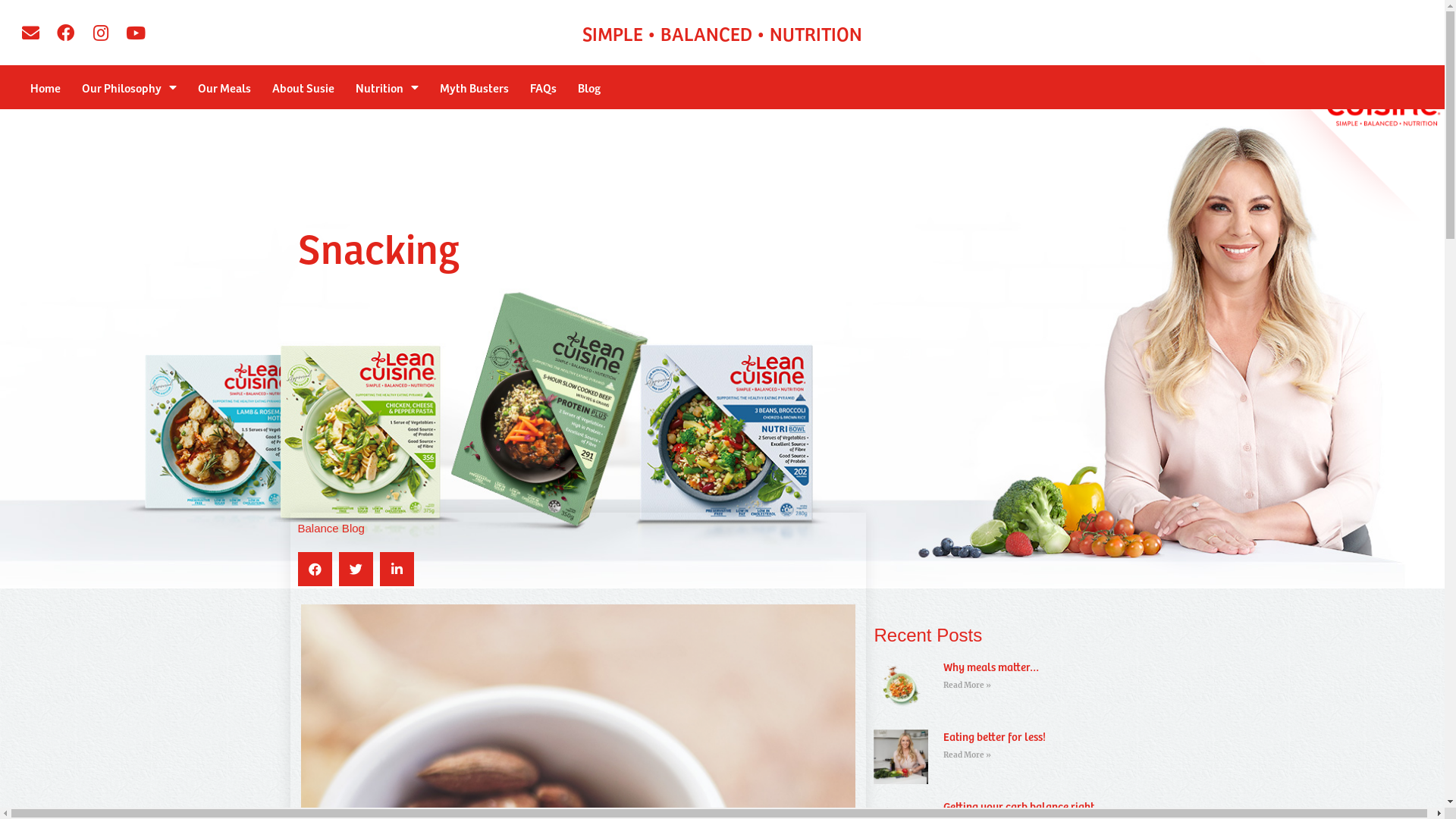 The width and height of the screenshot is (1456, 819). What do you see at coordinates (330, 527) in the screenshot?
I see `'Balance Blog'` at bounding box center [330, 527].